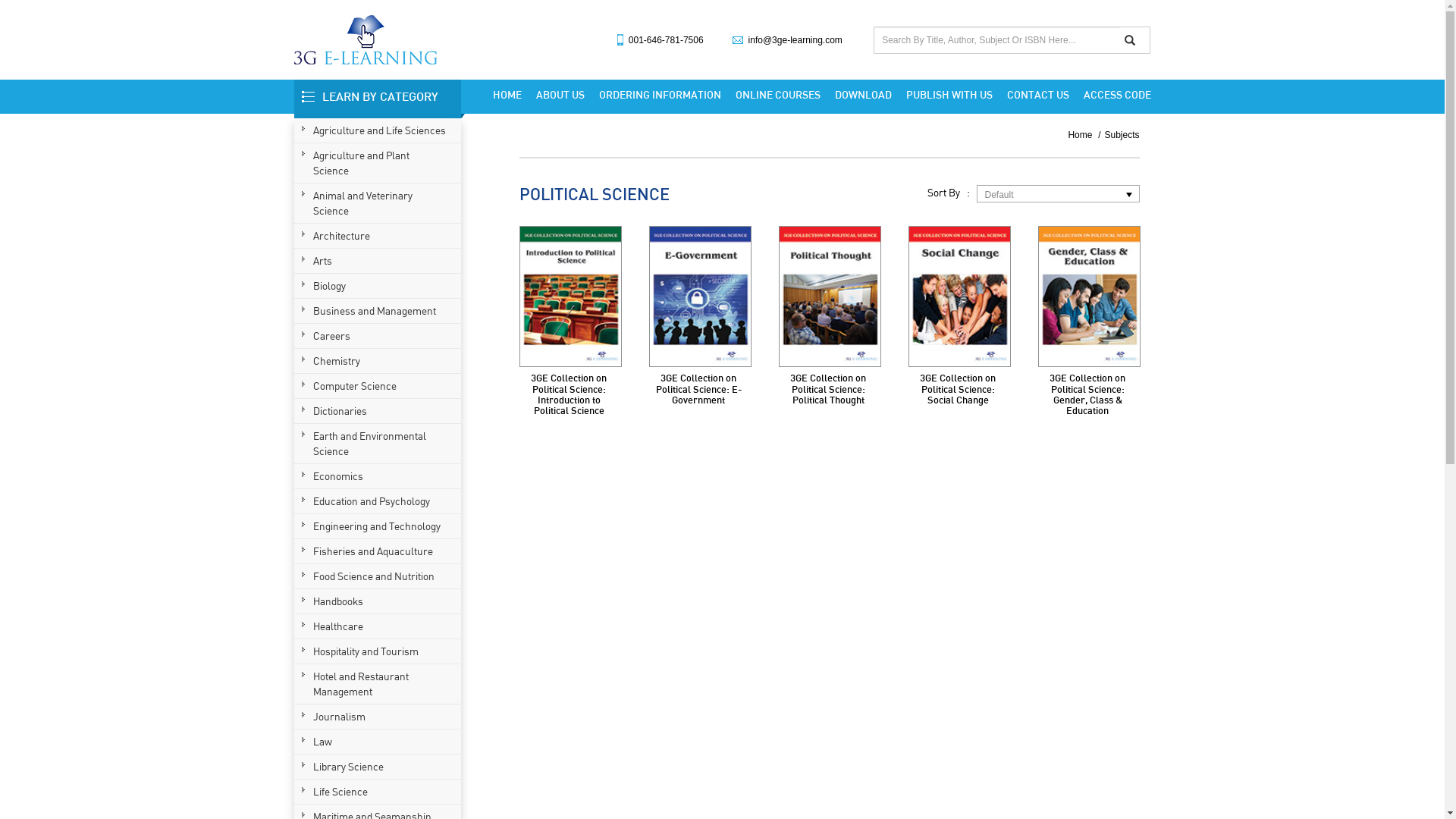 The image size is (1456, 819). What do you see at coordinates (297, 309) in the screenshot?
I see `'Business and Management'` at bounding box center [297, 309].